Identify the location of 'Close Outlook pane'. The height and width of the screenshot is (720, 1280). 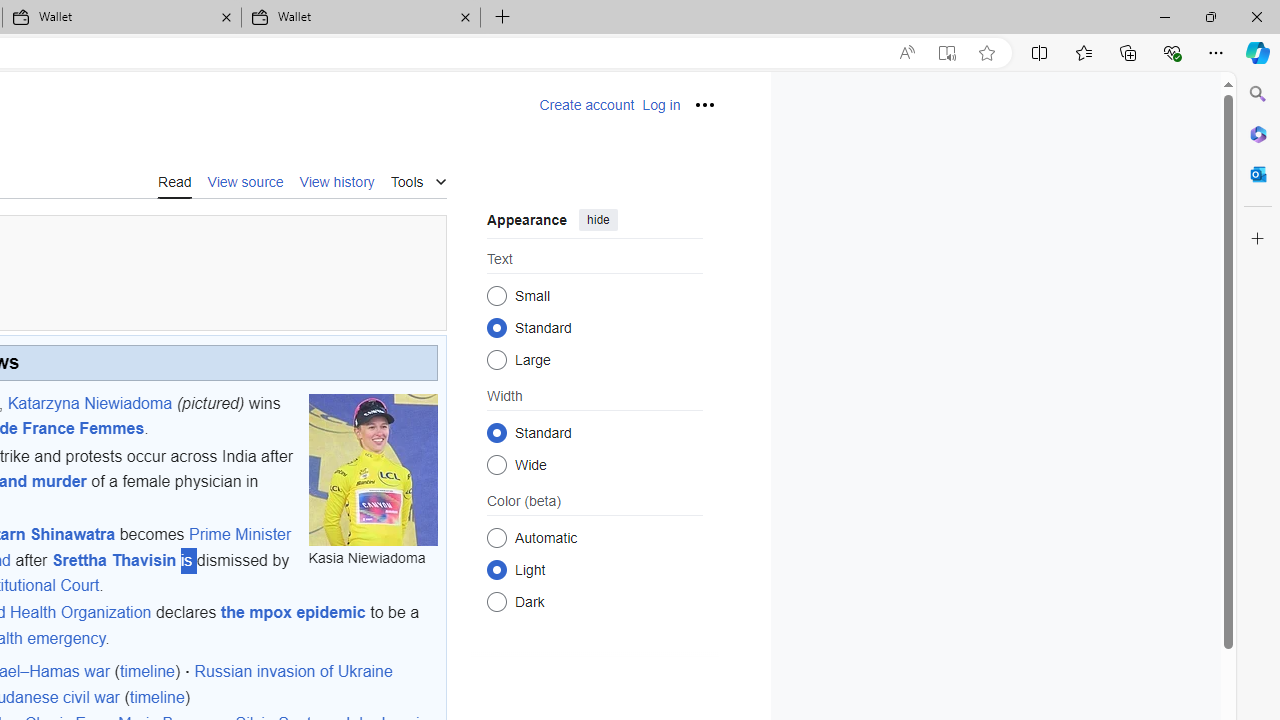
(1257, 173).